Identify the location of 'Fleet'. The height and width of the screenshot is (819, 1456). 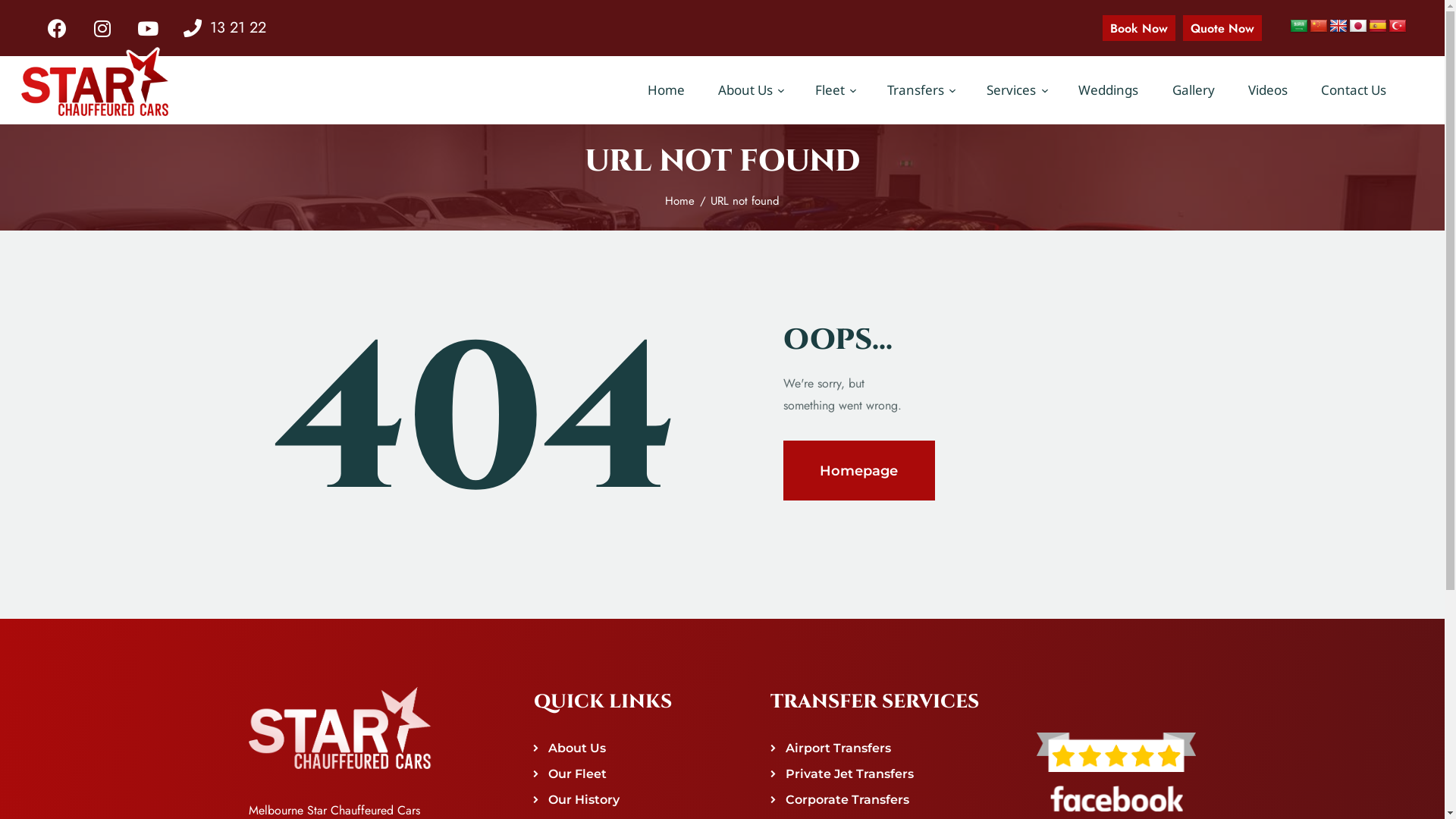
(797, 90).